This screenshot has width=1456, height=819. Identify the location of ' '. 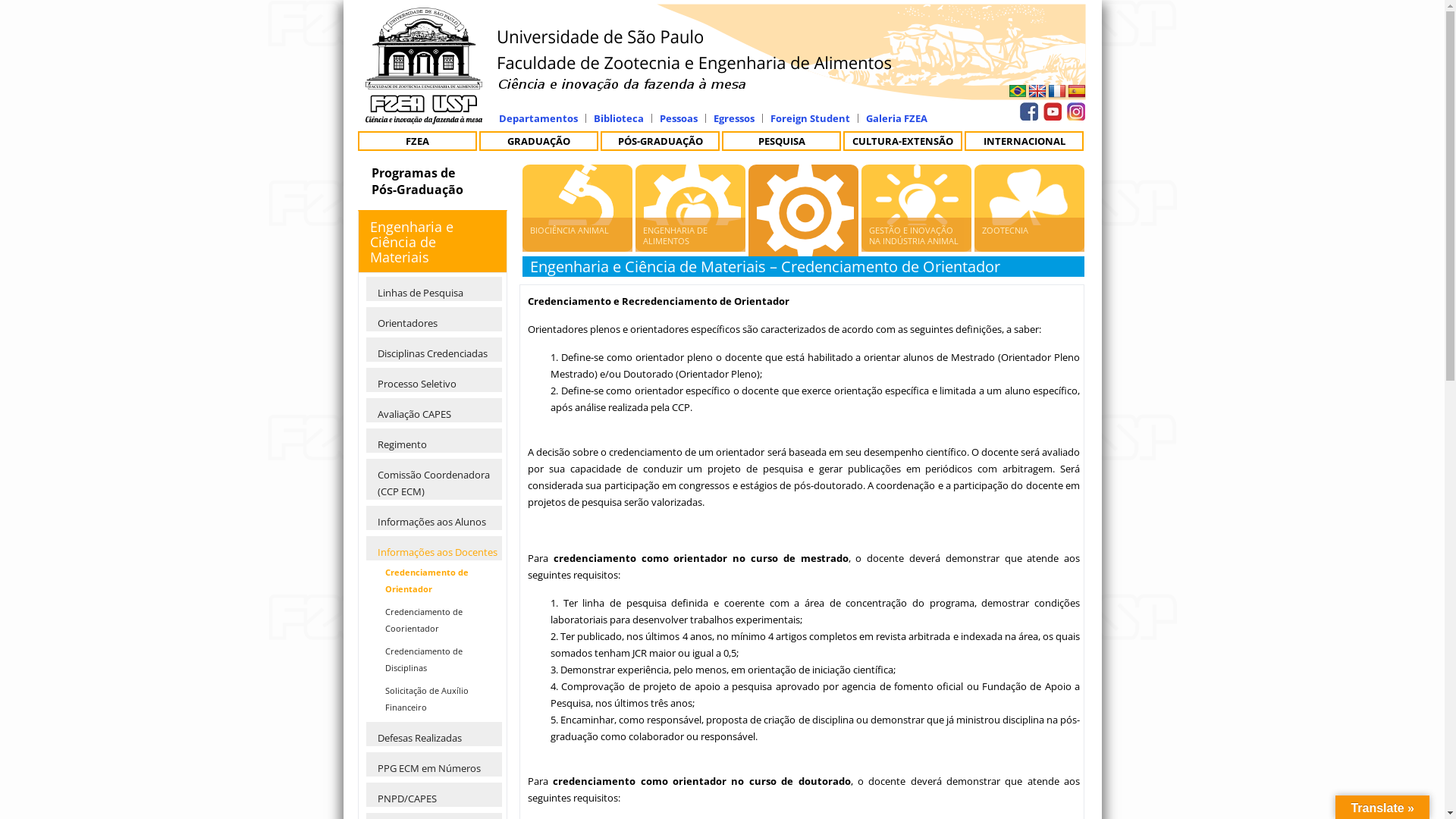
(1050, 108).